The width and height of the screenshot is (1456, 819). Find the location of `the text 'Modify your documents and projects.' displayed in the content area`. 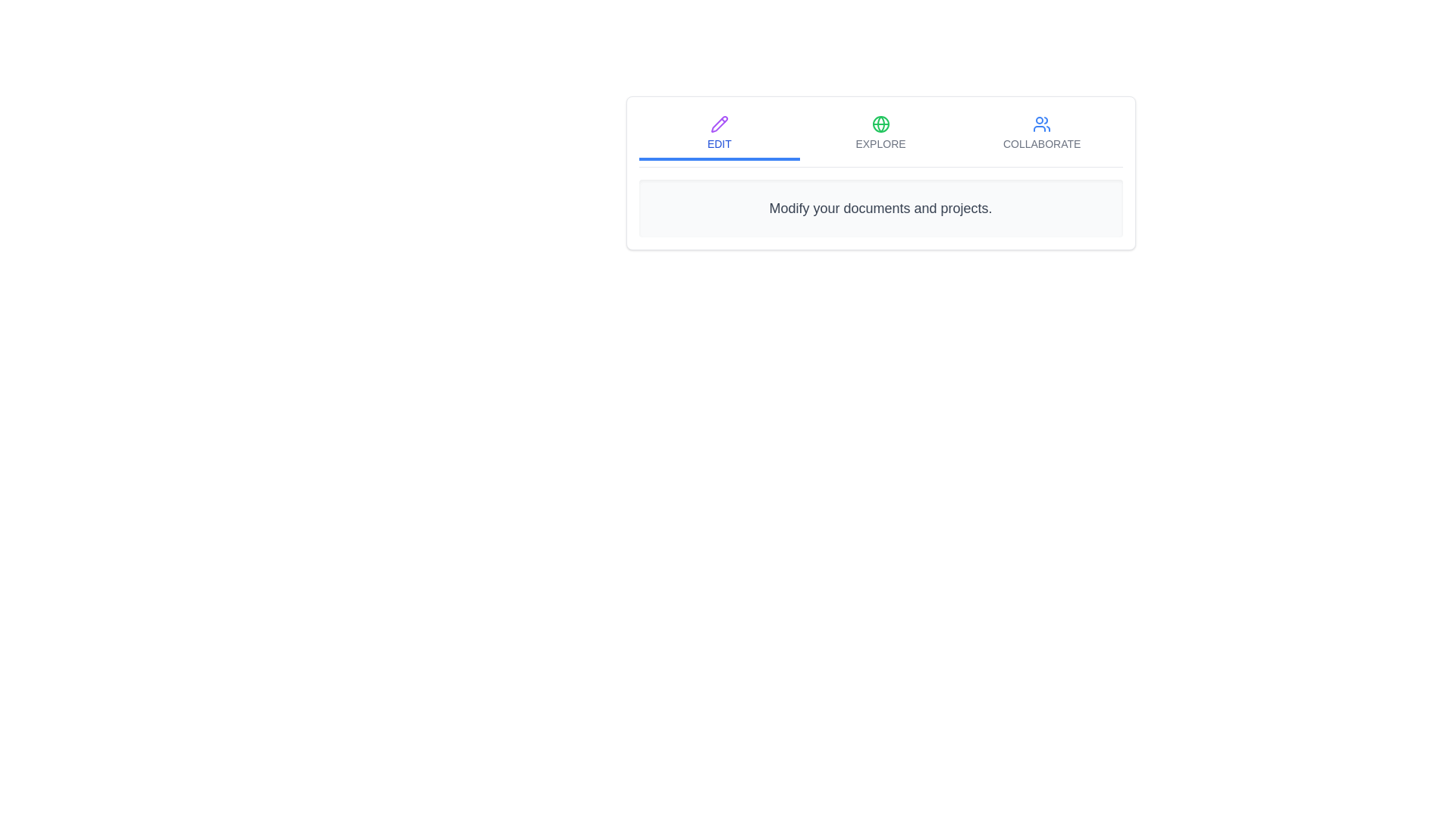

the text 'Modify your documents and projects.' displayed in the content area is located at coordinates (880, 208).